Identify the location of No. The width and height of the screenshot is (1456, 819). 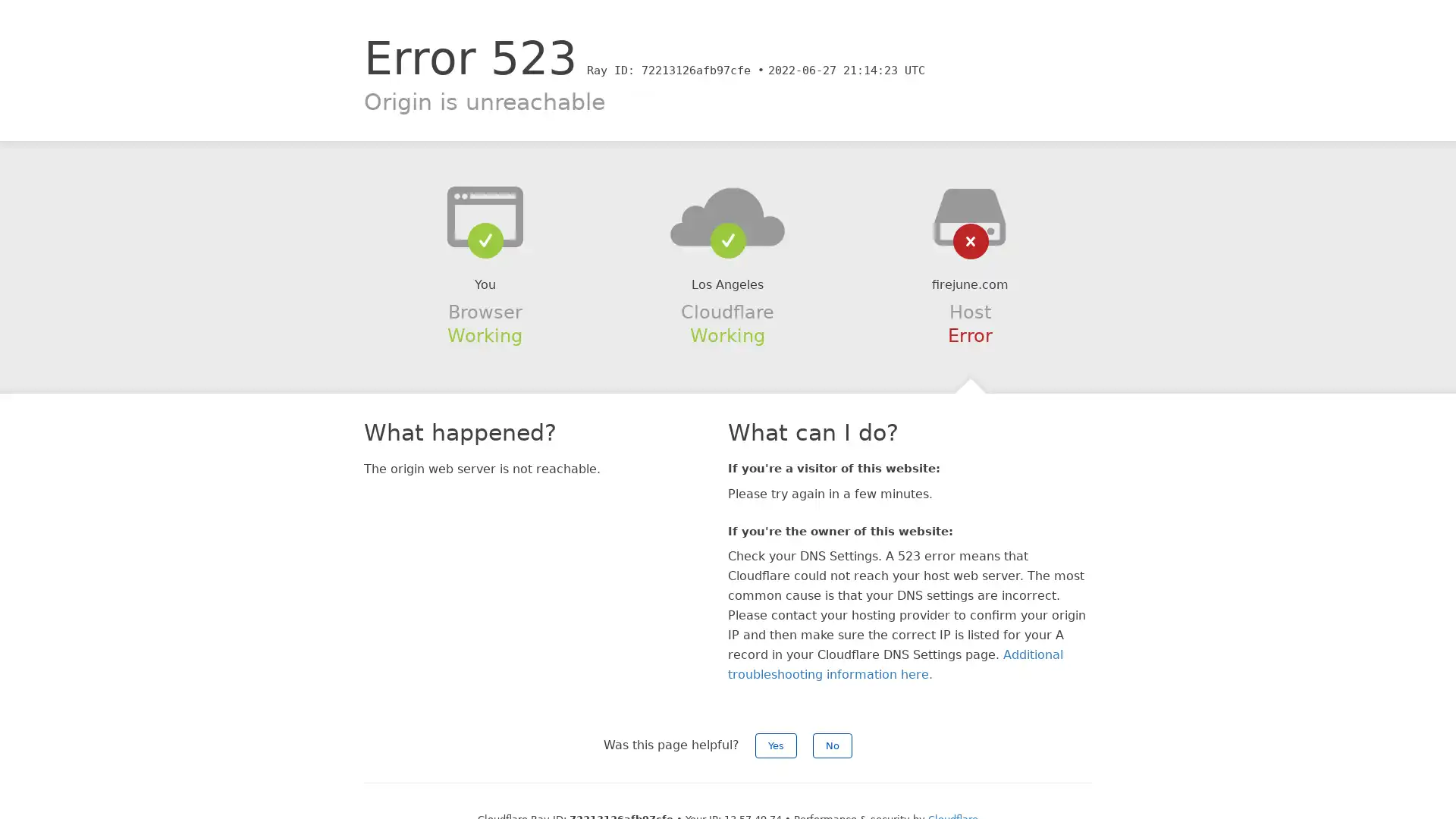
(832, 745).